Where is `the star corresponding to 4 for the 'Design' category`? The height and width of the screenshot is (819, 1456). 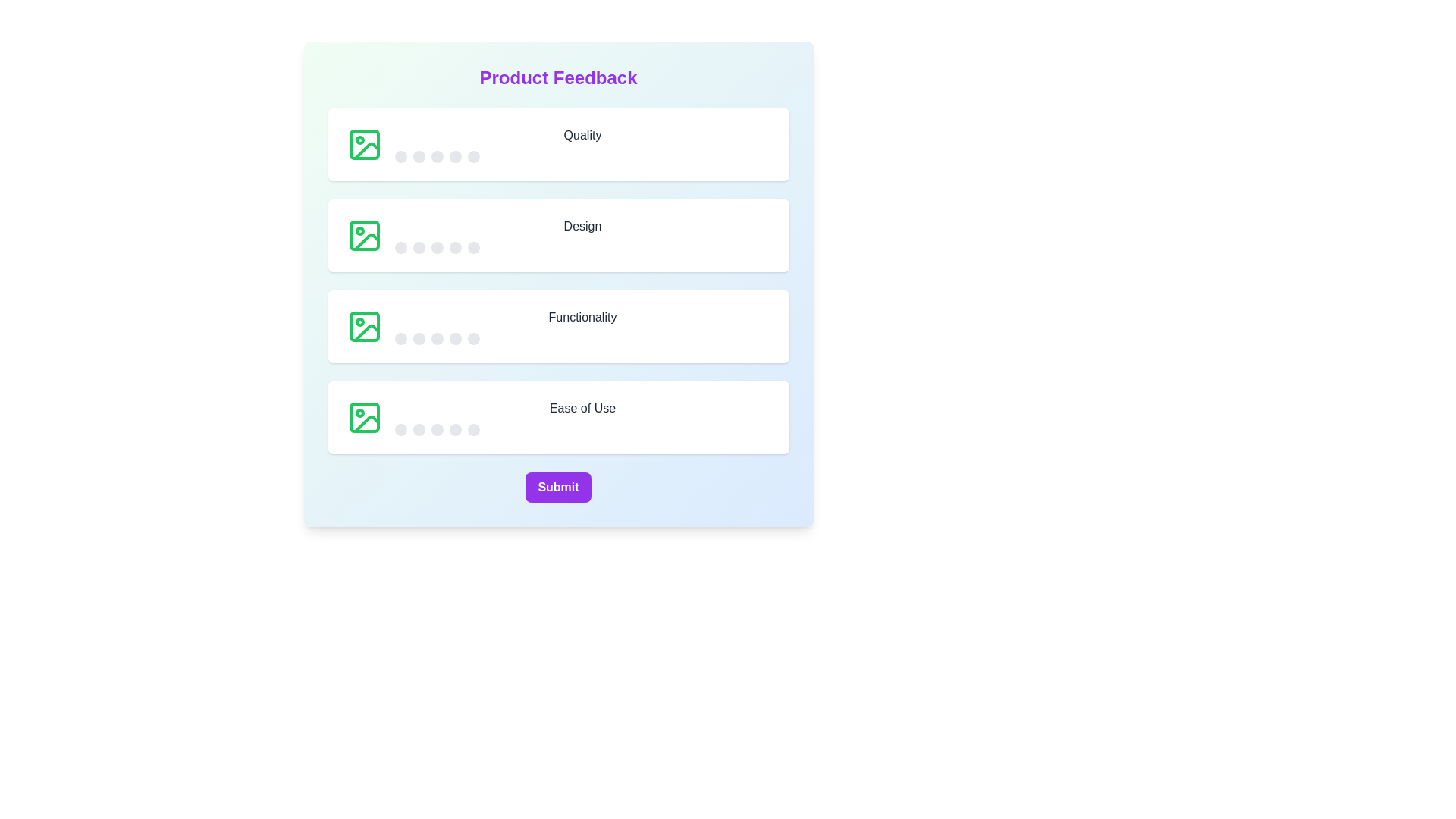 the star corresponding to 4 for the 'Design' category is located at coordinates (454, 247).